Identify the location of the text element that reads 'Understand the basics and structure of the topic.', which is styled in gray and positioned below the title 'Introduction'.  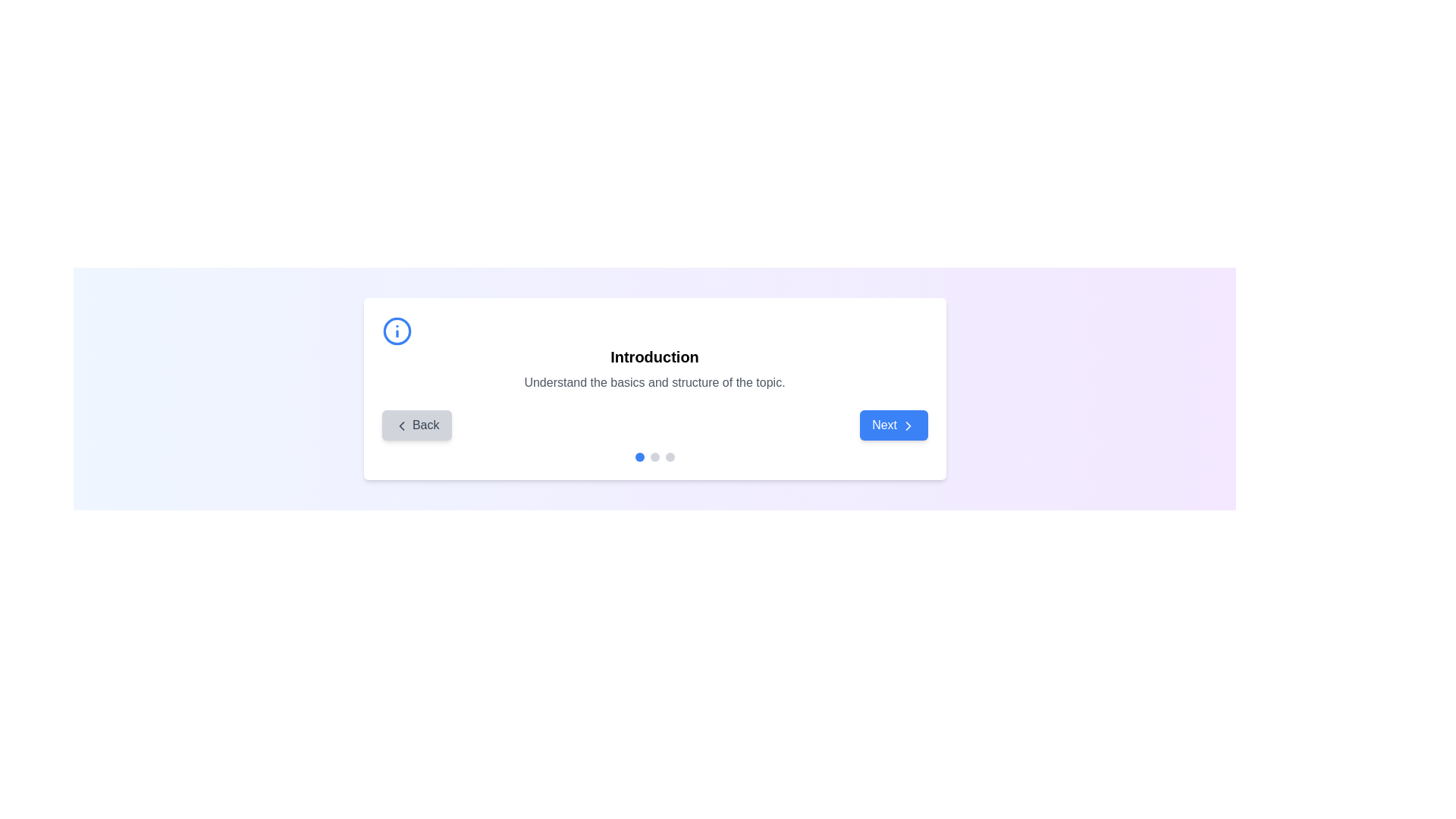
(654, 382).